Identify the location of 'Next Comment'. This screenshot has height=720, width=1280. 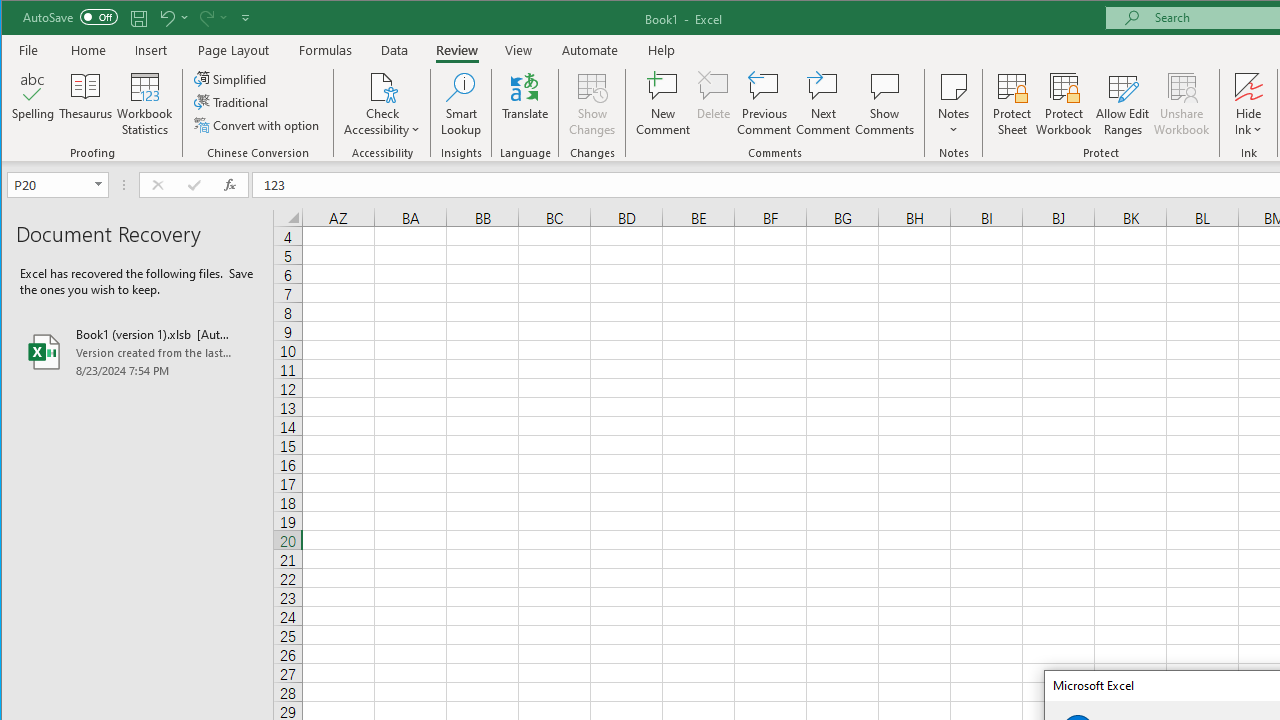
(823, 104).